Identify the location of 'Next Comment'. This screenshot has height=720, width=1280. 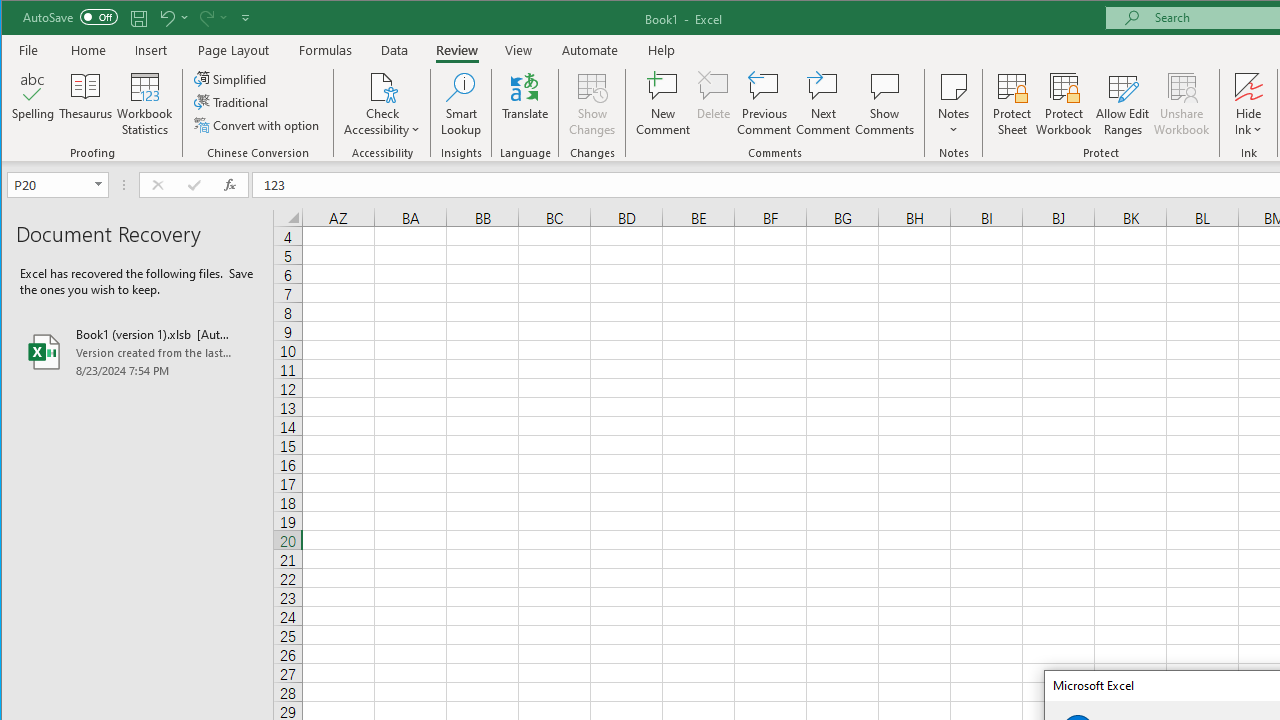
(823, 104).